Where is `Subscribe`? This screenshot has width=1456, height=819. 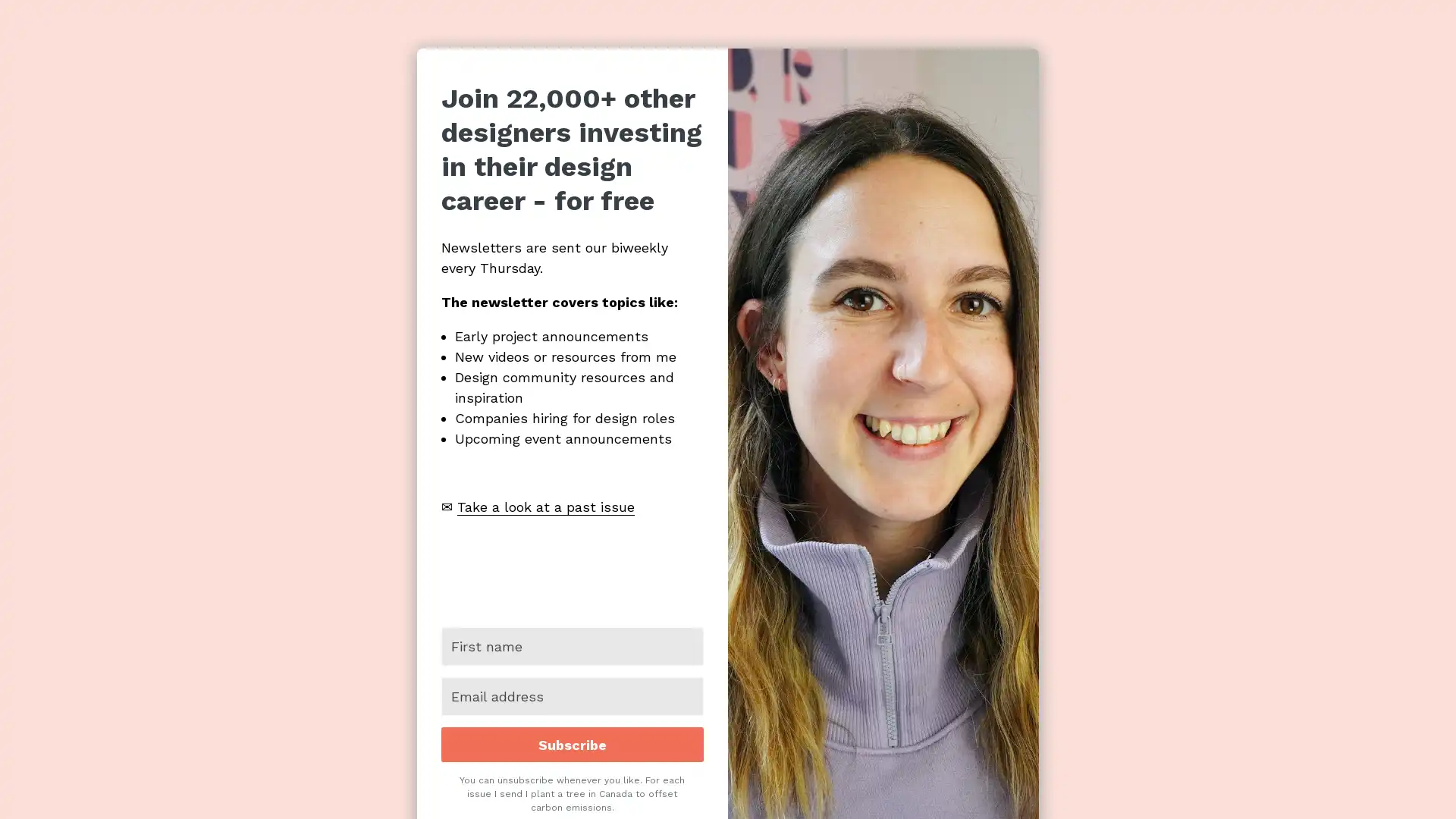 Subscribe is located at coordinates (571, 744).